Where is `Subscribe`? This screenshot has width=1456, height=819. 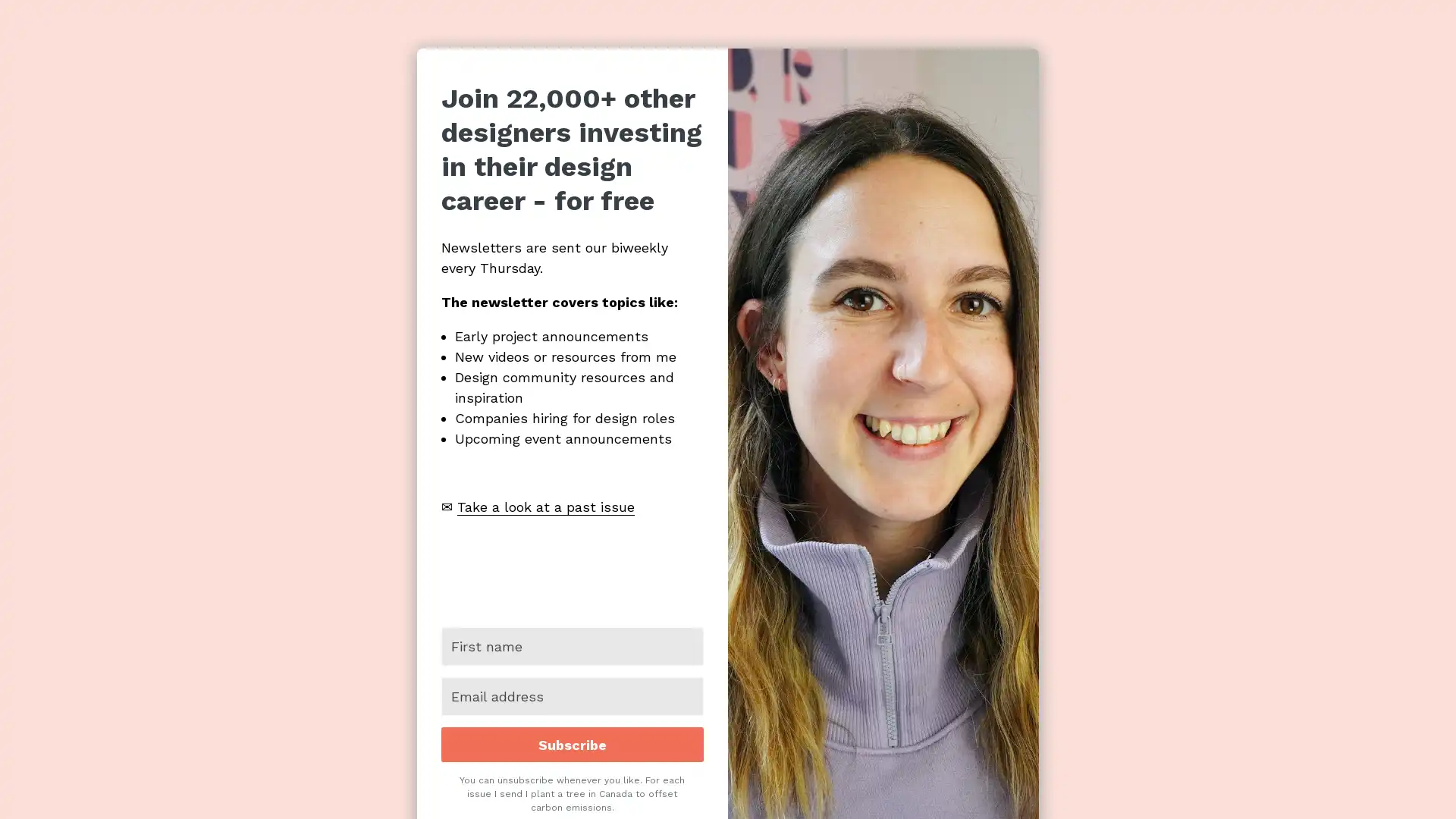 Subscribe is located at coordinates (571, 744).